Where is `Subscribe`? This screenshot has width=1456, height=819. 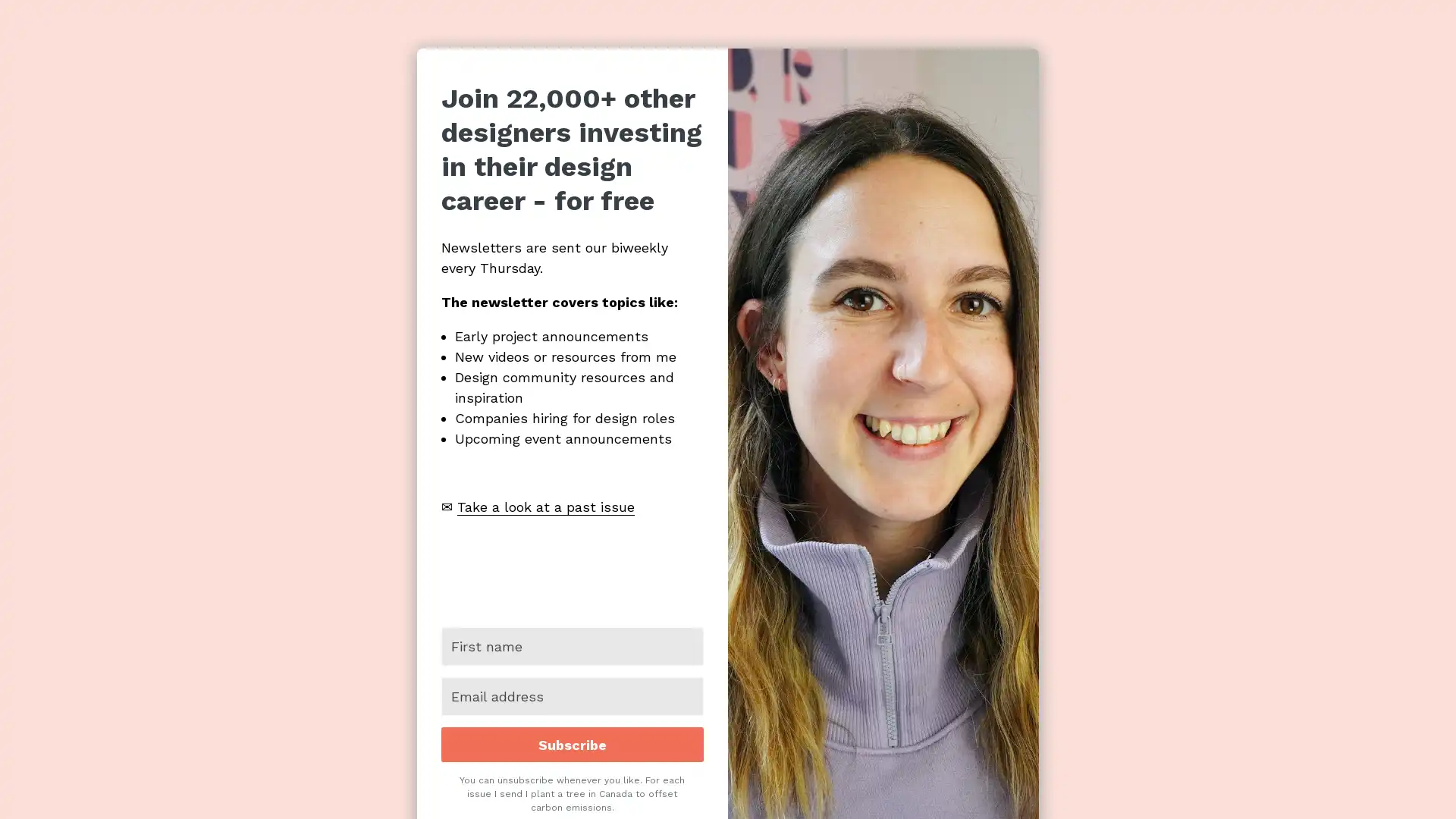 Subscribe is located at coordinates (571, 744).